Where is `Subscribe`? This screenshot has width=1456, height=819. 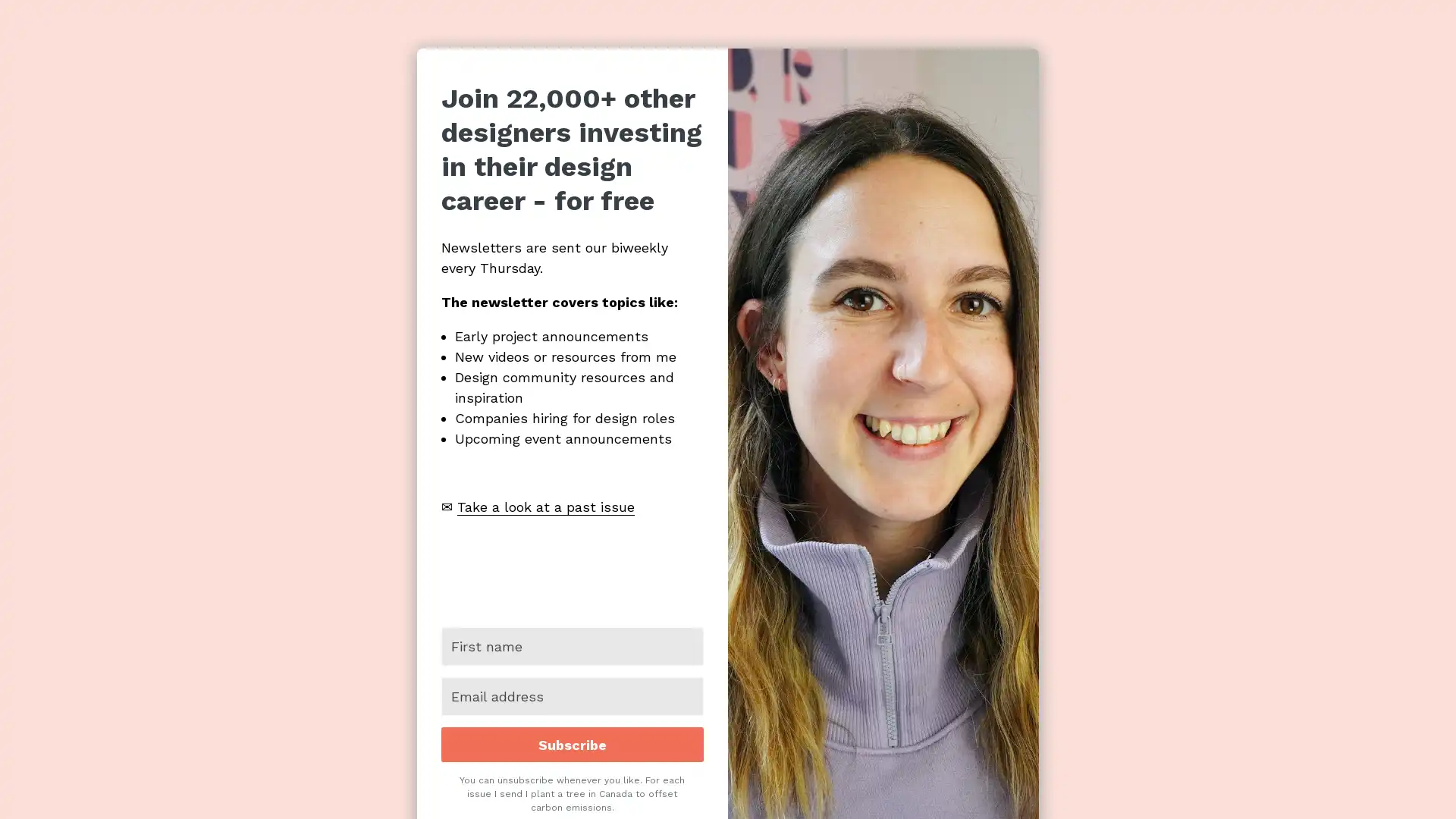 Subscribe is located at coordinates (571, 744).